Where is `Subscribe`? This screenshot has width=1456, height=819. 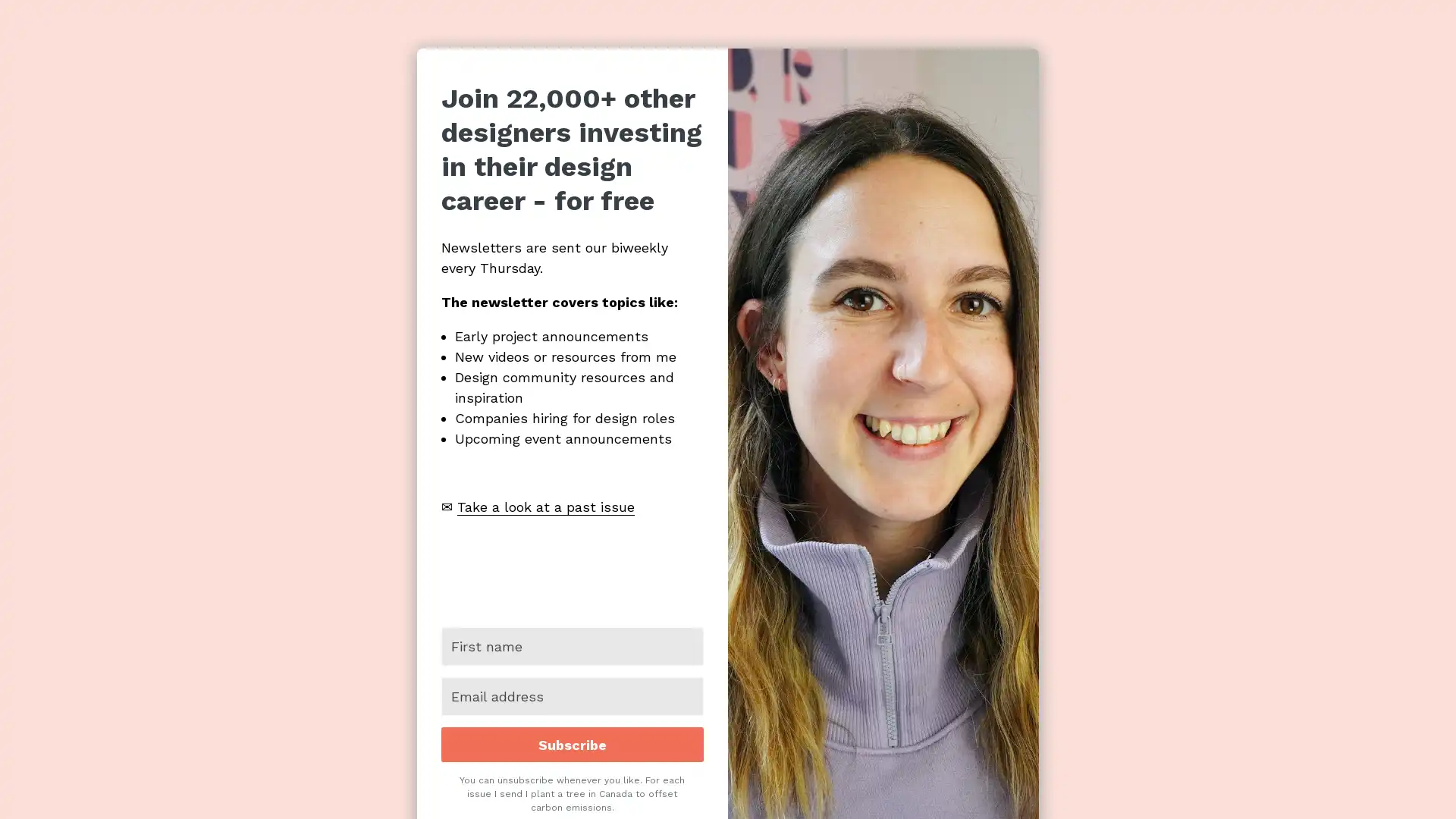 Subscribe is located at coordinates (571, 744).